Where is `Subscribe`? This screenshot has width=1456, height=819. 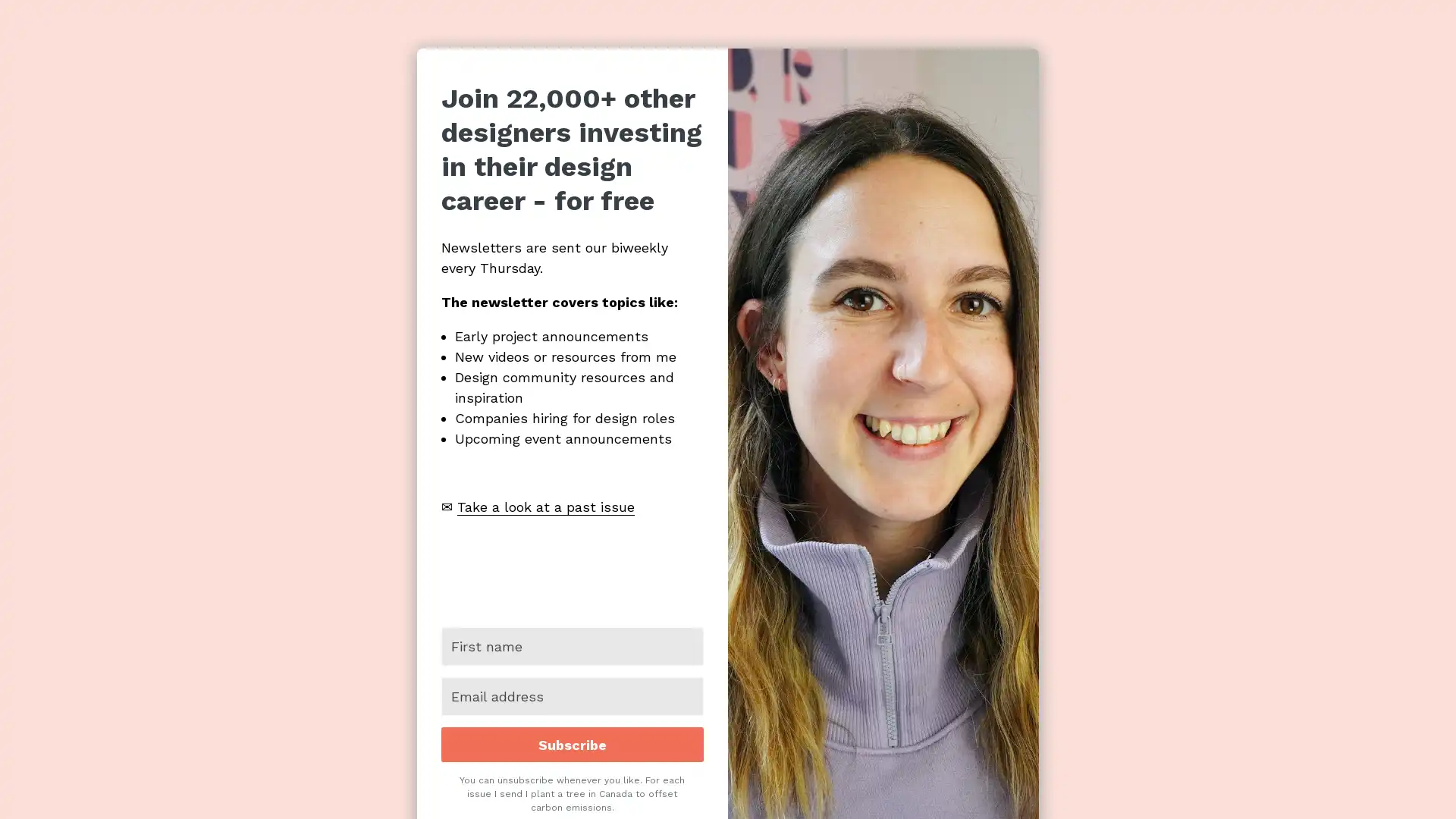 Subscribe is located at coordinates (571, 744).